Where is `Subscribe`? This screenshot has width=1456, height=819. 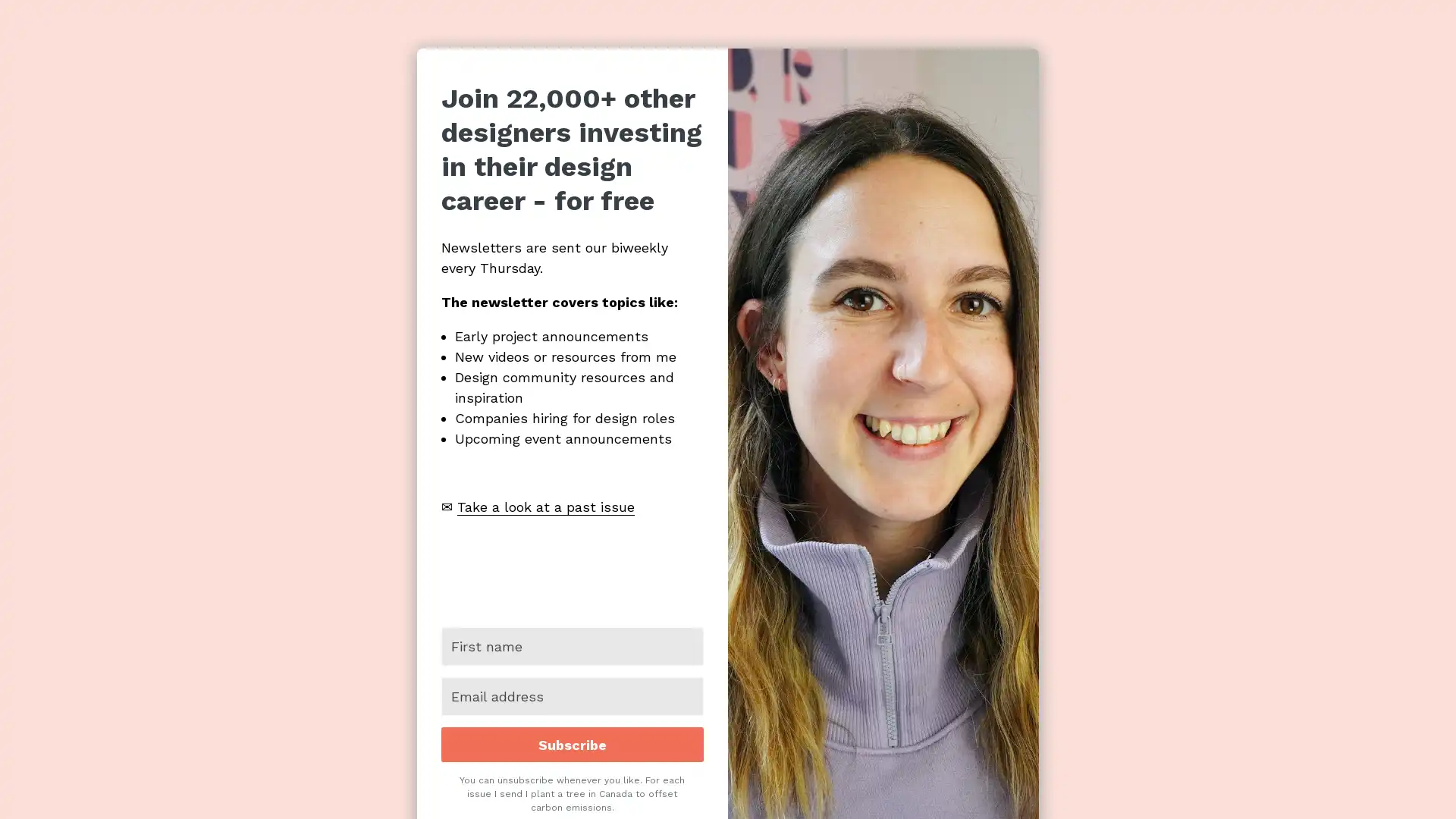 Subscribe is located at coordinates (571, 744).